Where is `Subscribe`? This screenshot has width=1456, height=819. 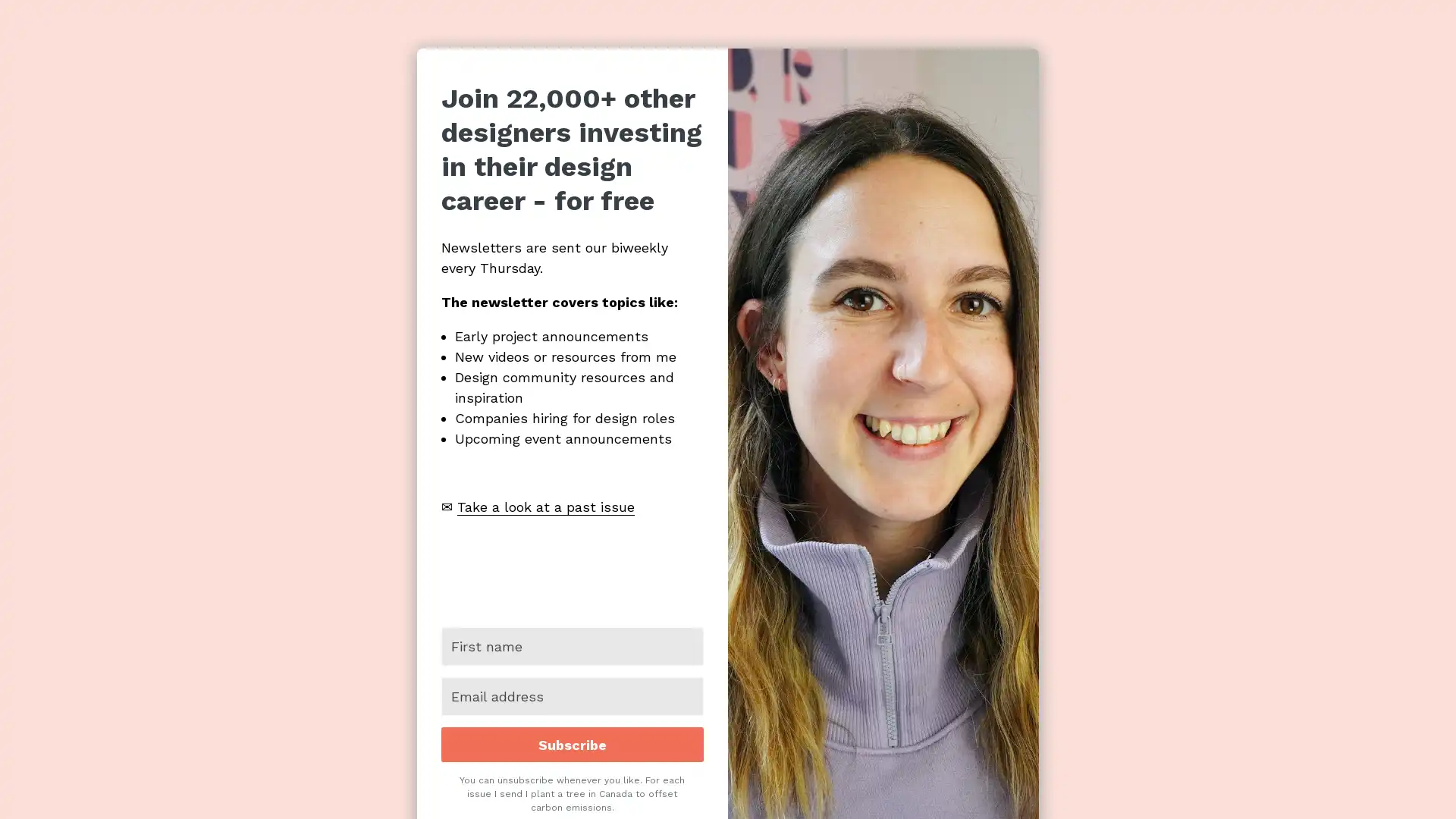 Subscribe is located at coordinates (571, 744).